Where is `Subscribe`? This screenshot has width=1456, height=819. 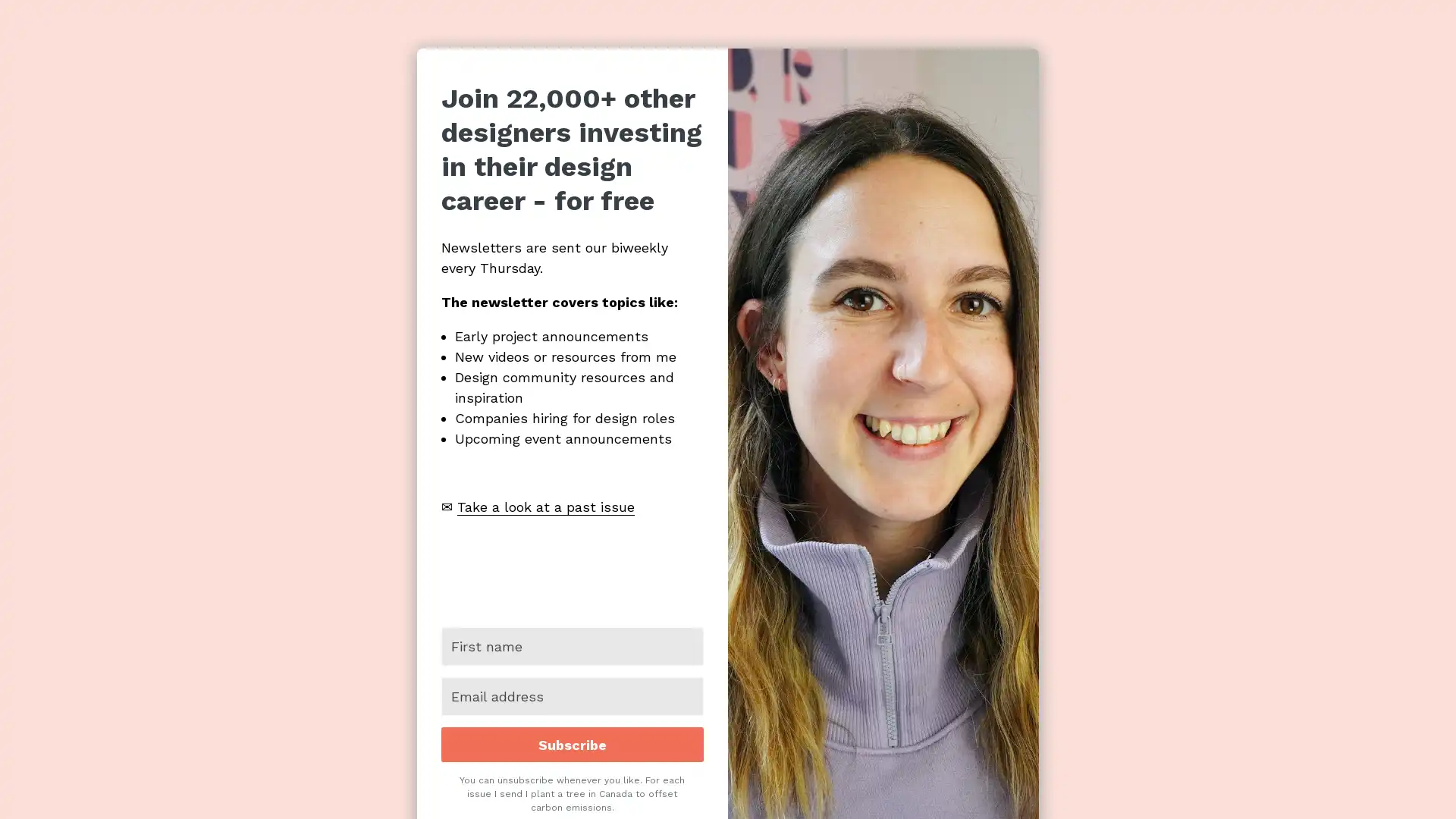 Subscribe is located at coordinates (571, 744).